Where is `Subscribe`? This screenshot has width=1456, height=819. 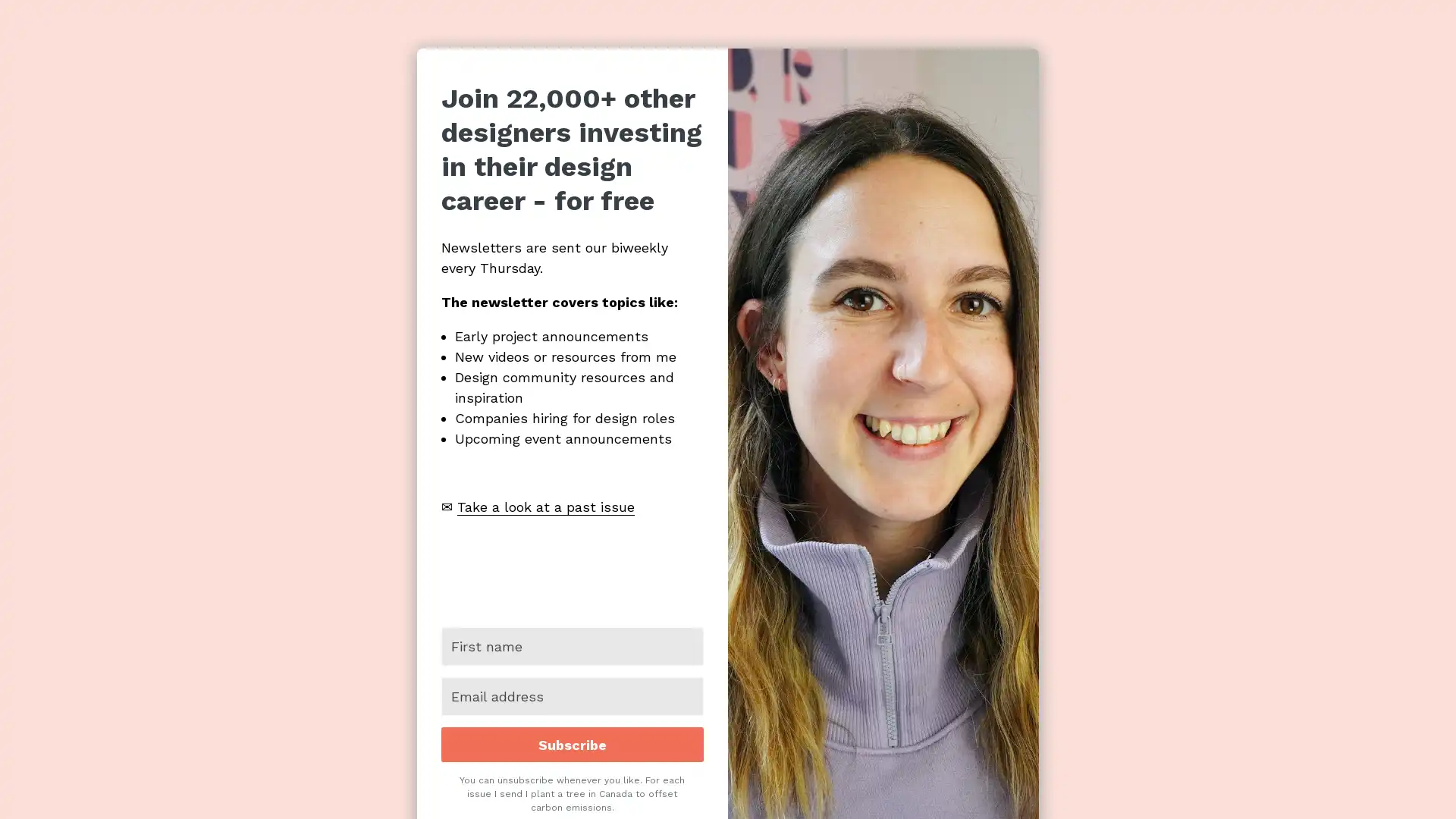 Subscribe is located at coordinates (571, 744).